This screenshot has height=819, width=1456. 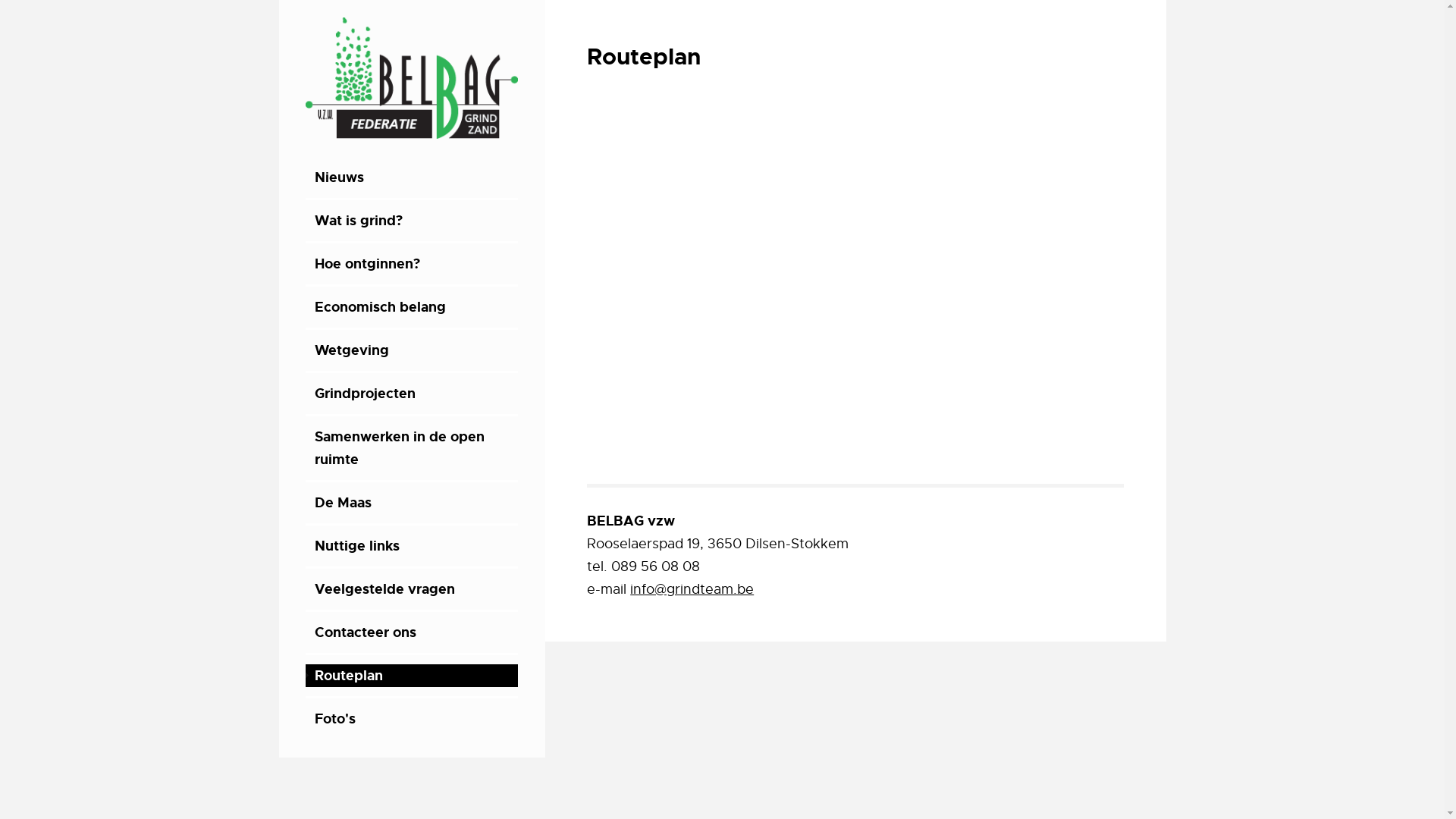 I want to click on 'Veelgestelde vragen', so click(x=412, y=588).